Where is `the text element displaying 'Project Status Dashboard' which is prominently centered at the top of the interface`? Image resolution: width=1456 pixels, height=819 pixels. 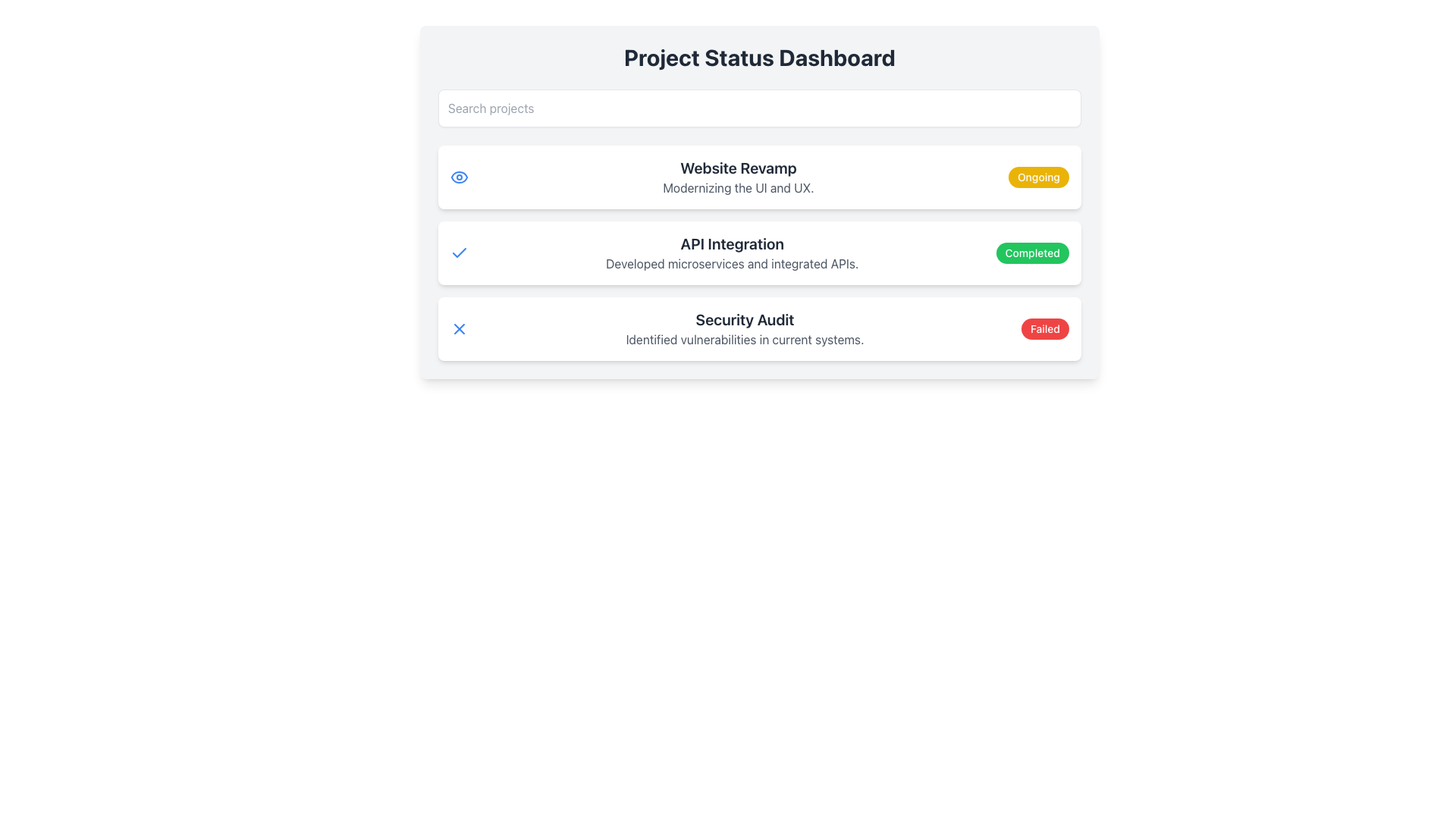 the text element displaying 'Project Status Dashboard' which is prominently centered at the top of the interface is located at coordinates (760, 57).